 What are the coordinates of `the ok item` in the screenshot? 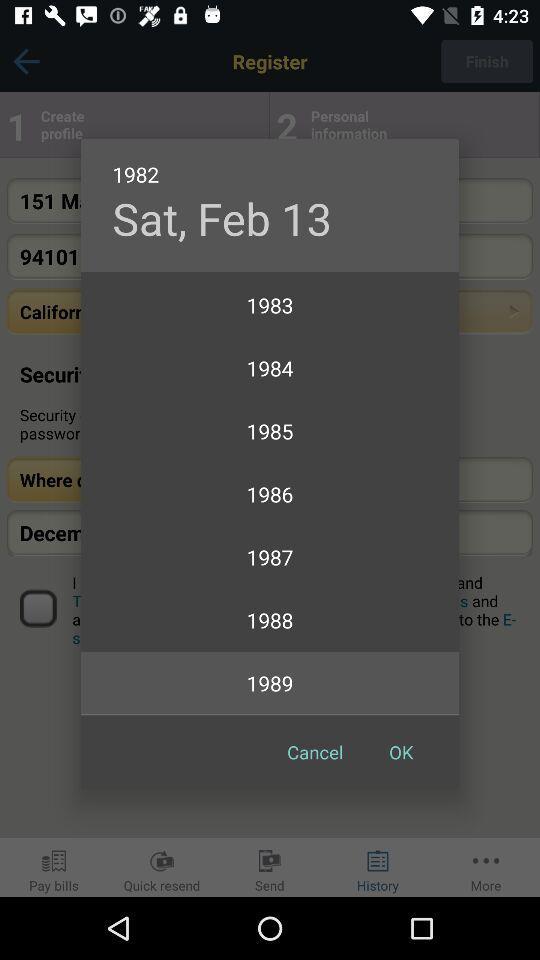 It's located at (401, 751).